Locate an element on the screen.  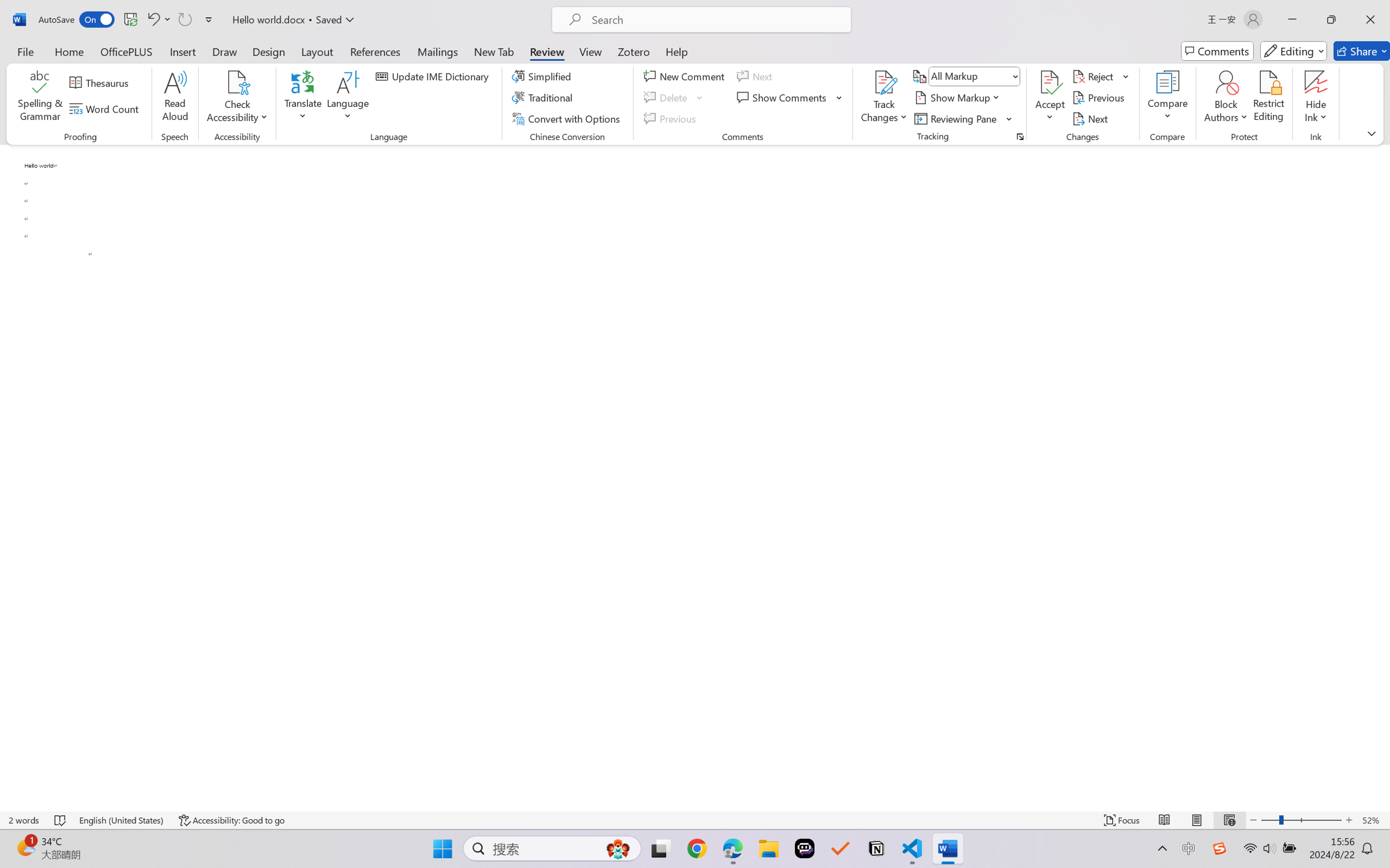
'Help' is located at coordinates (676, 51).